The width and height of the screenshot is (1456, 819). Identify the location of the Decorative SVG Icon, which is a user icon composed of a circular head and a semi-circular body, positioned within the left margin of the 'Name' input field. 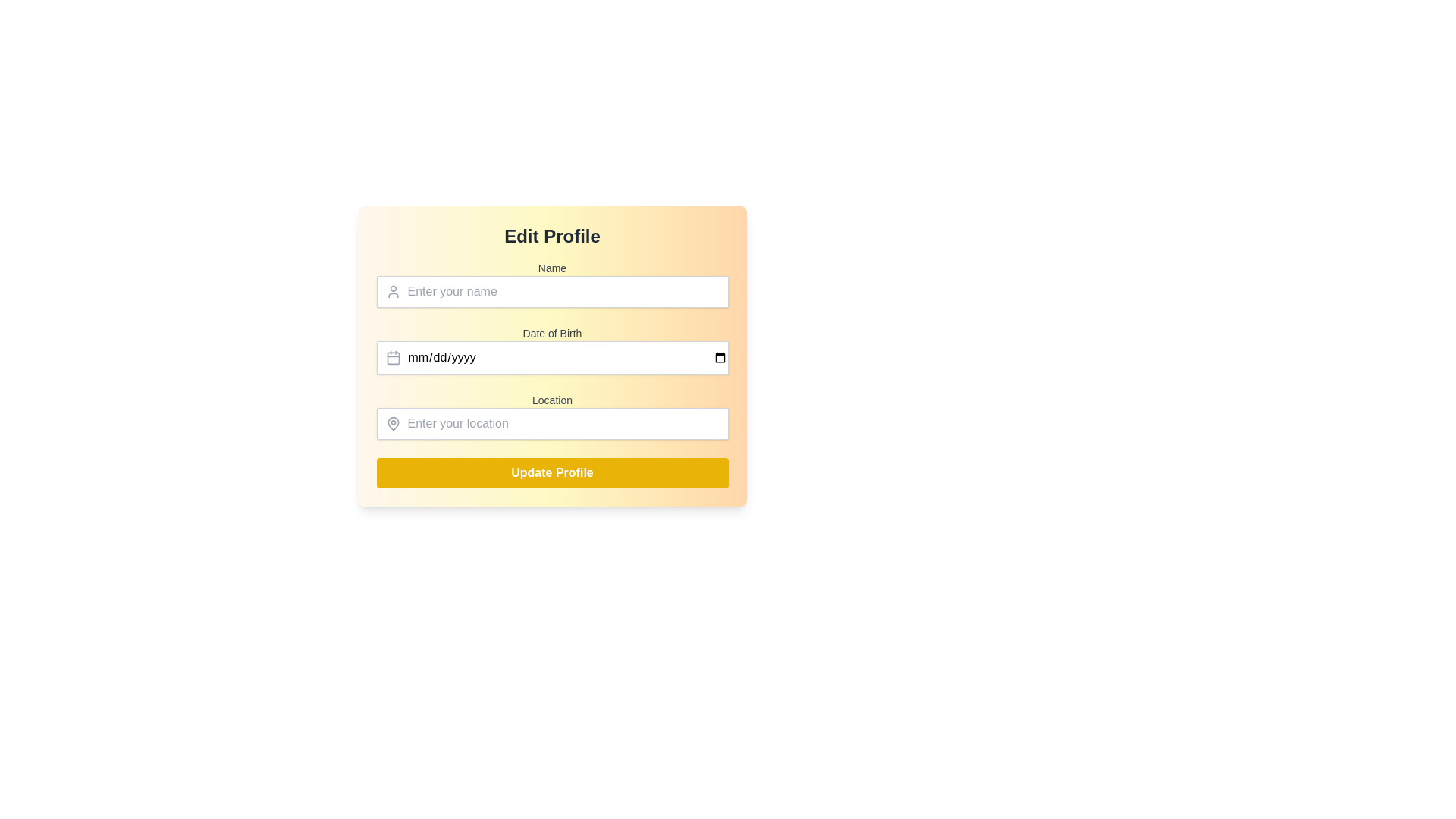
(393, 292).